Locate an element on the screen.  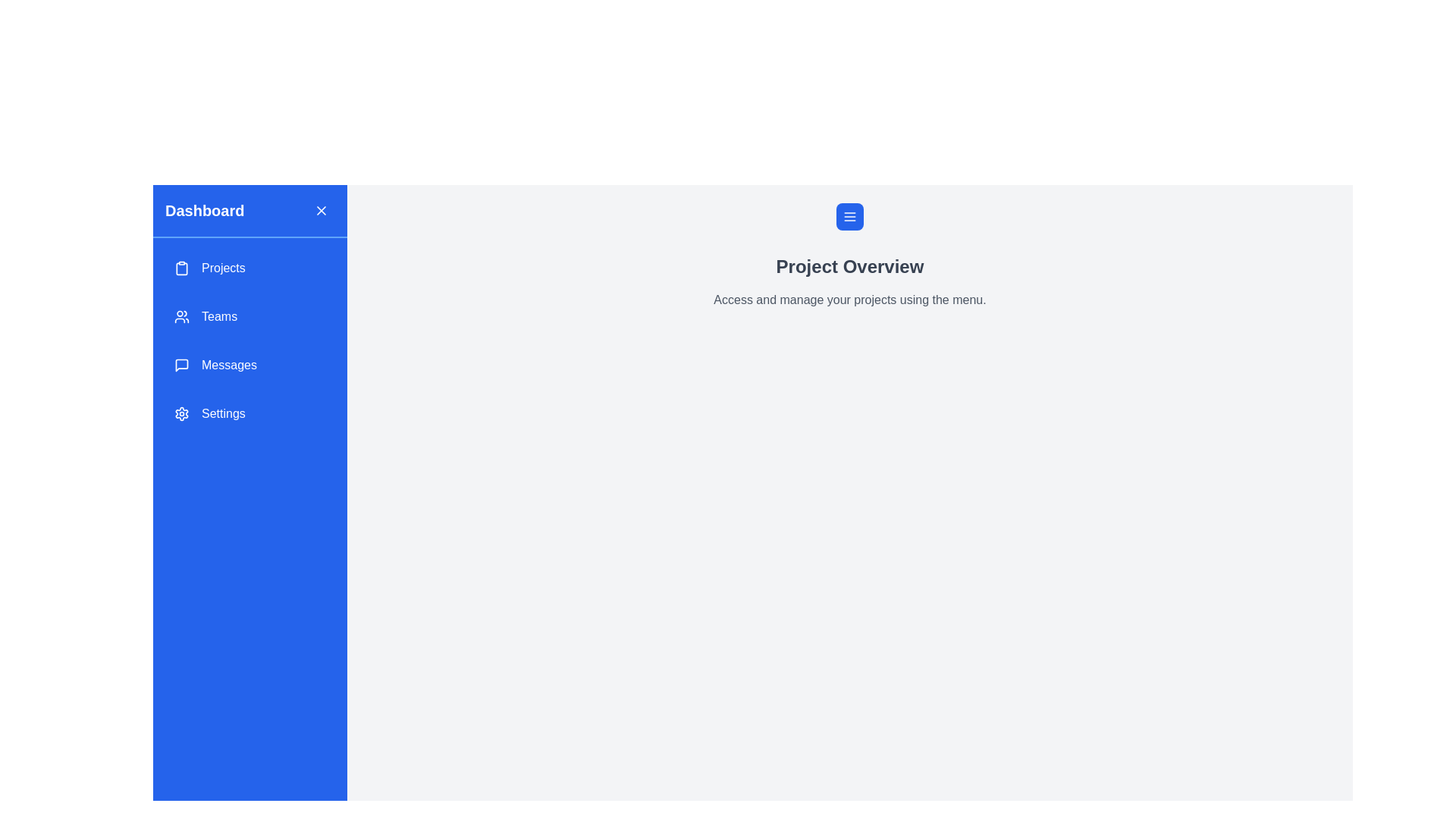
the static text label that serves as a title or section header located at the top-center of the viewport, indicating the section's purpose above the subtitle 'Access and manage your projects using the menu.' is located at coordinates (850, 265).